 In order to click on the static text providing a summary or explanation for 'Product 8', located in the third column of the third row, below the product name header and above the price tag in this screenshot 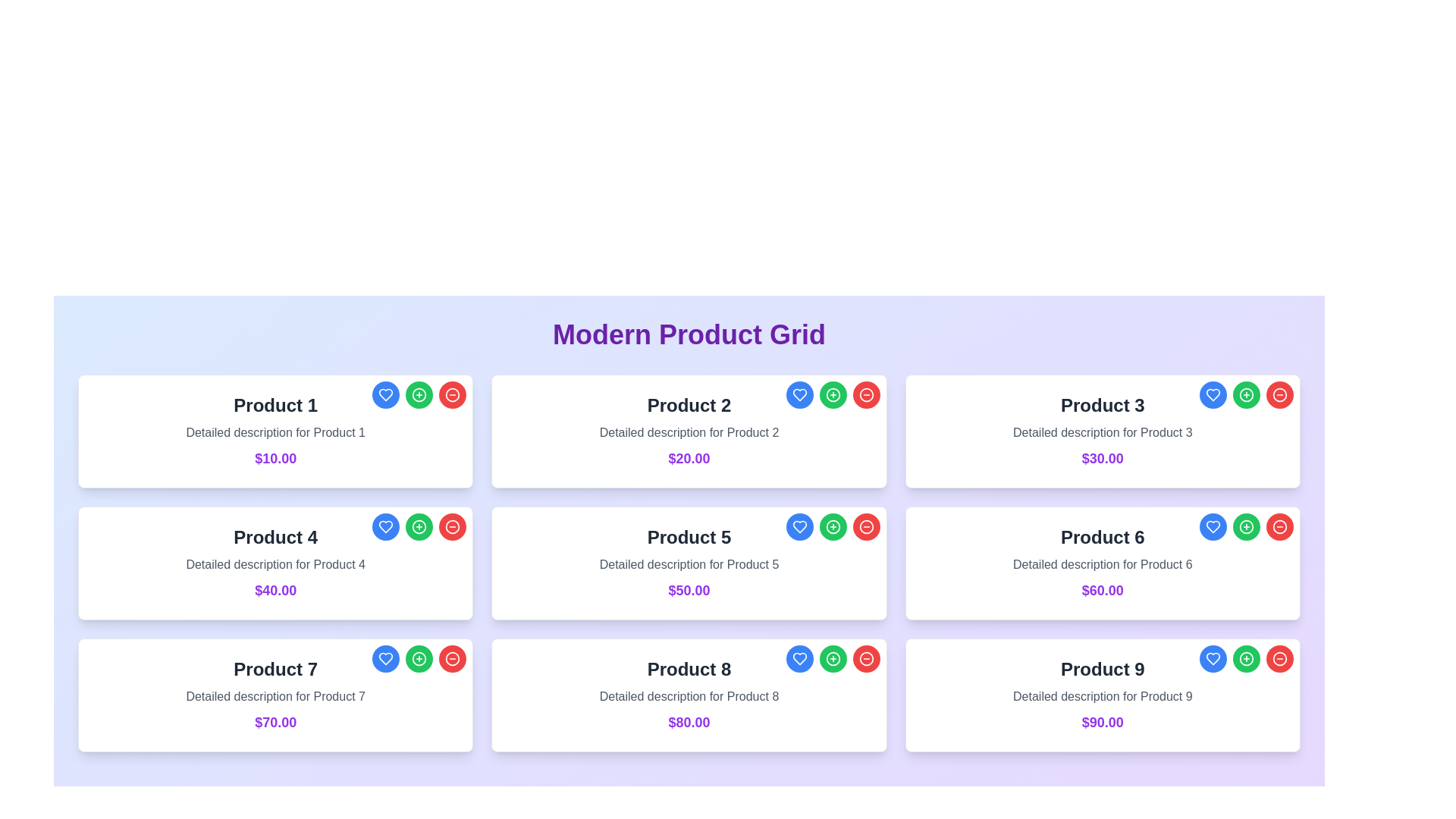, I will do `click(688, 696)`.